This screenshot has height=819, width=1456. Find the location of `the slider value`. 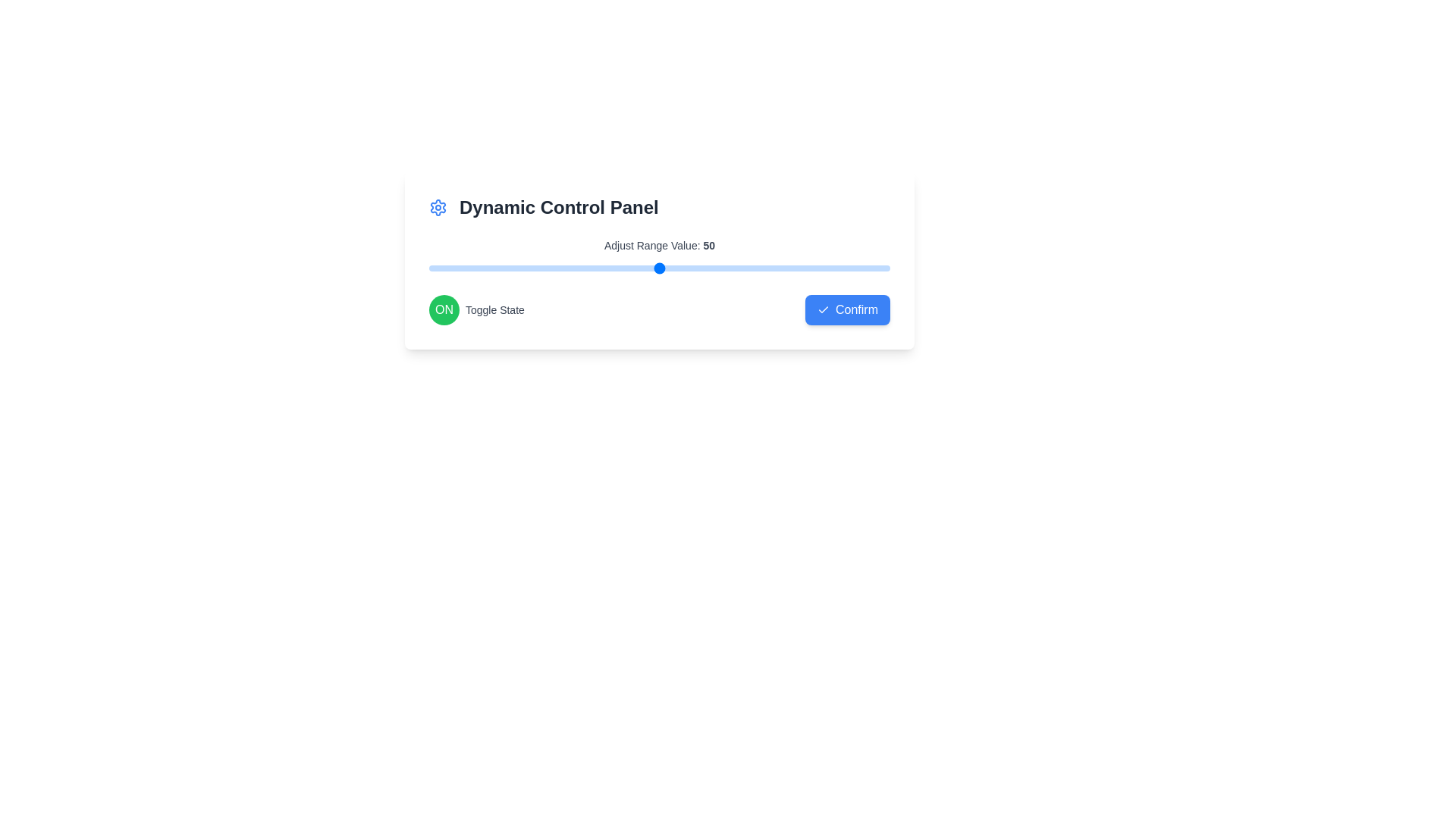

the slider value is located at coordinates (650, 268).